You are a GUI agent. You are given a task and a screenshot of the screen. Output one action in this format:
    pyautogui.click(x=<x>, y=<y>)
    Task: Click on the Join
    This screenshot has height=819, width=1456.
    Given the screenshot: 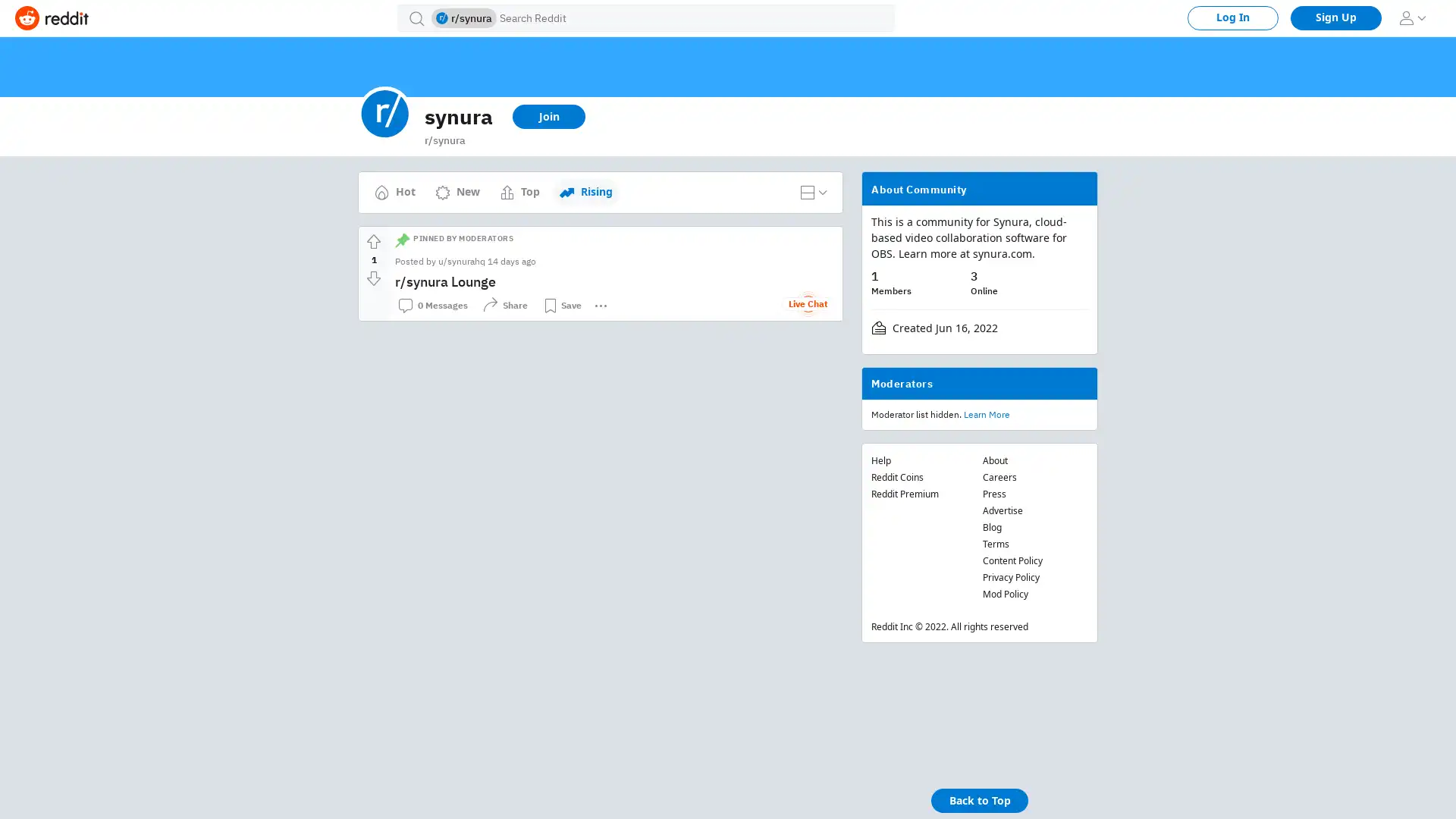 What is the action you would take?
    pyautogui.click(x=548, y=116)
    